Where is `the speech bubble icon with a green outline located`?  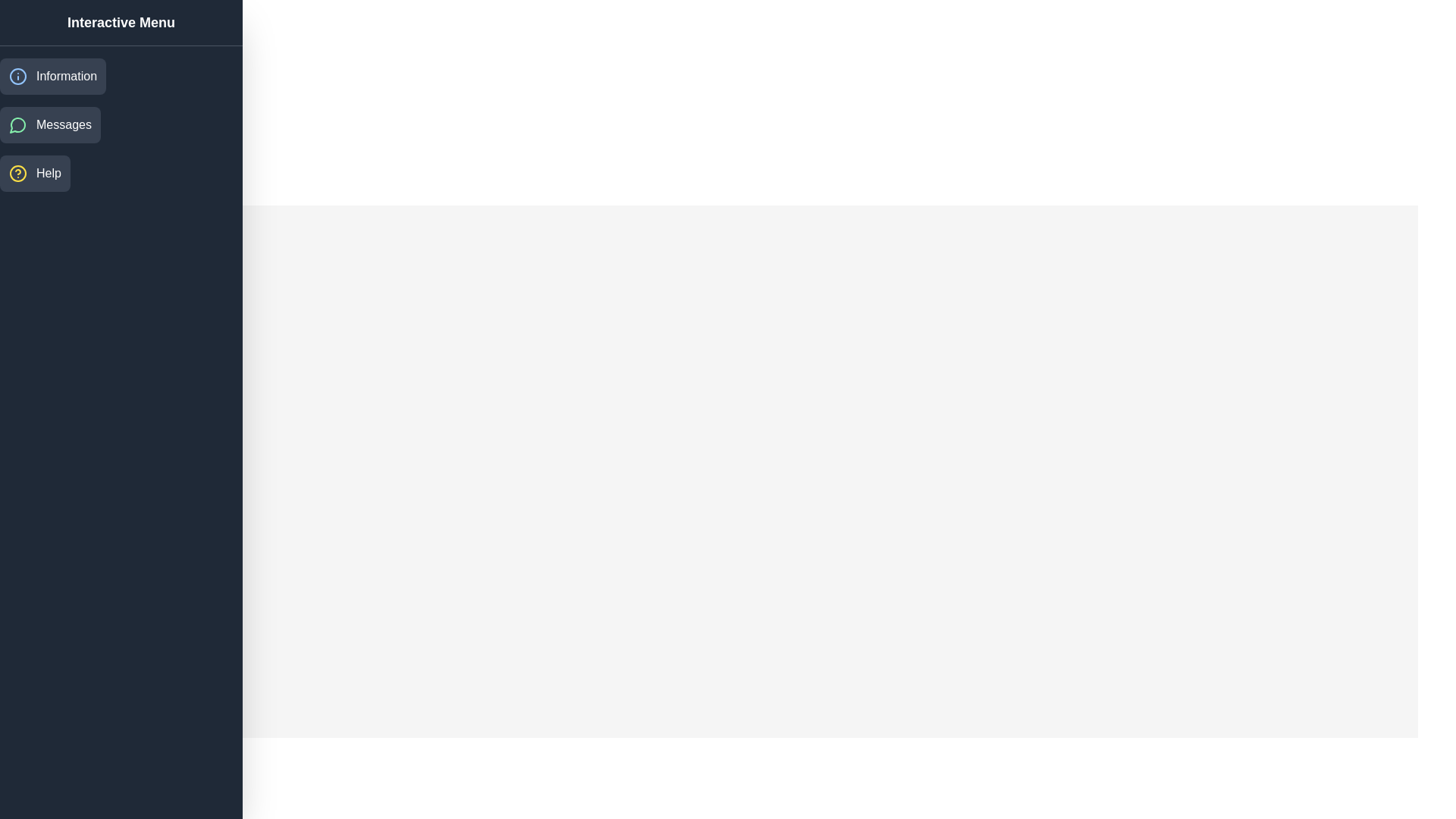 the speech bubble icon with a green outline located is located at coordinates (18, 124).